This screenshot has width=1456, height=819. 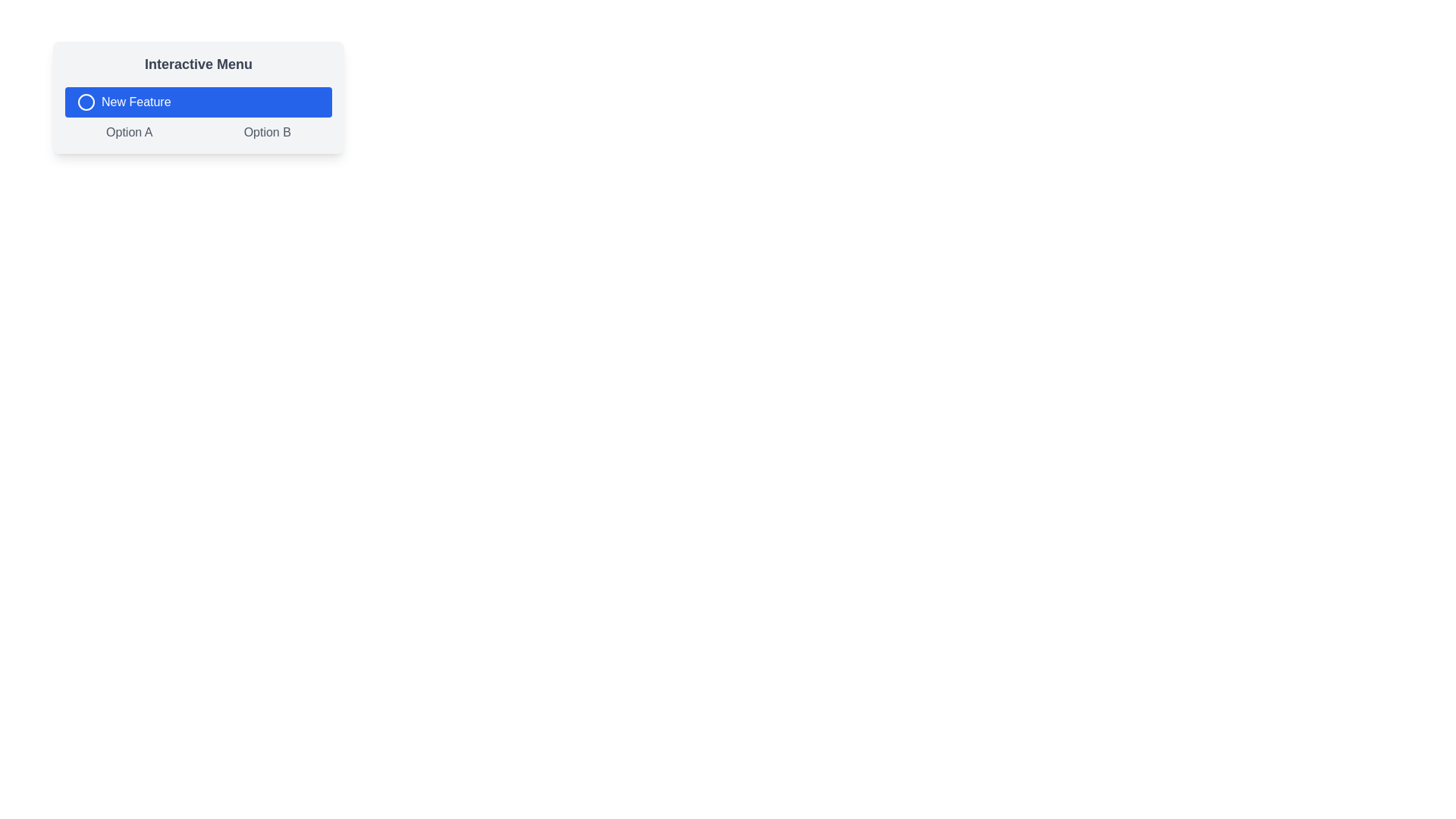 What do you see at coordinates (266, 131) in the screenshot?
I see `the second clickable text option below the 'New Feature' button` at bounding box center [266, 131].